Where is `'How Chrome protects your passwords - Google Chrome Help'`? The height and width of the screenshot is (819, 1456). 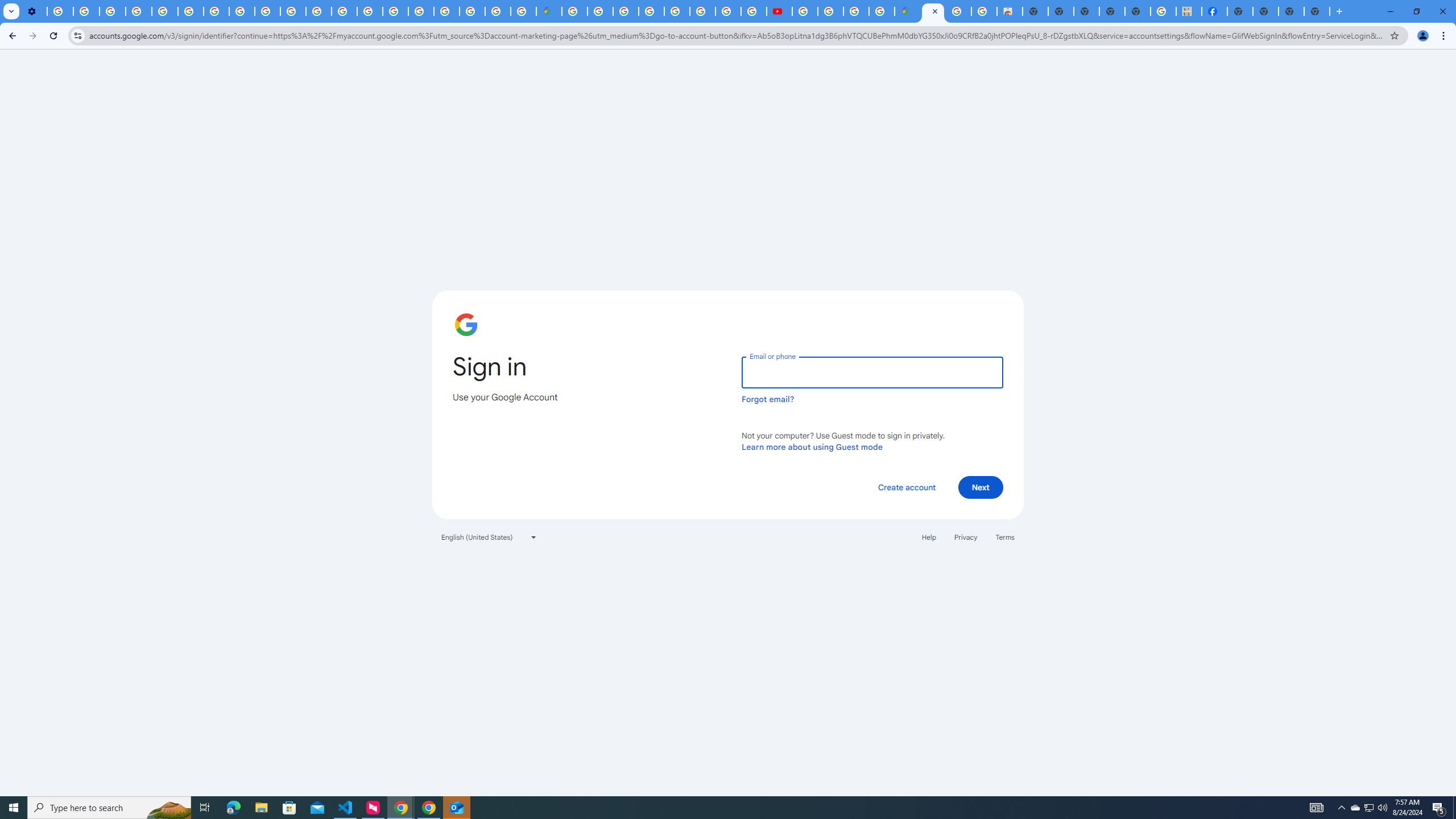
'How Chrome protects your passwords - Google Chrome Help' is located at coordinates (804, 11).